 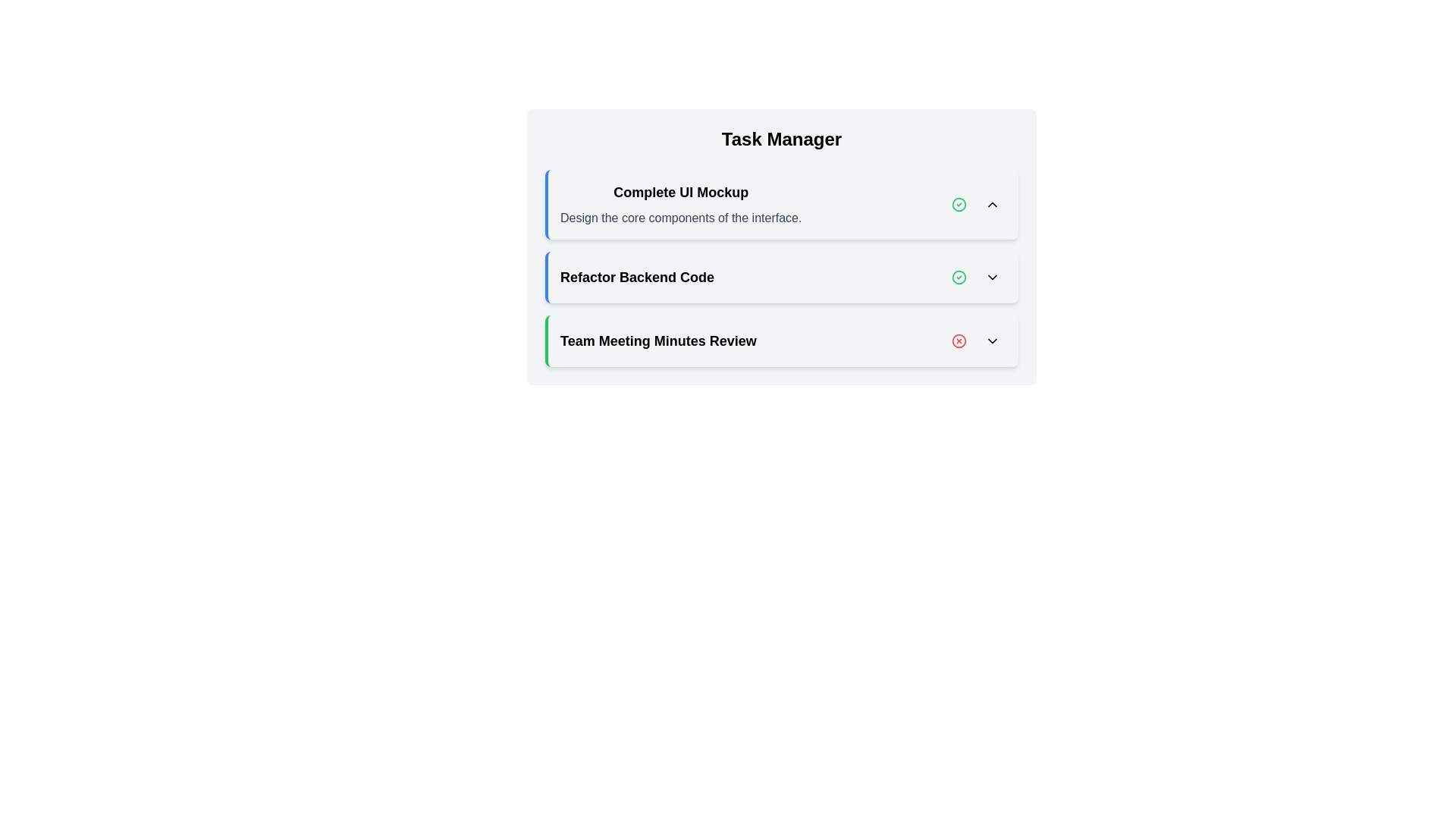 I want to click on the downwards-pointing chevron icon located inside the button at the far right of the 'Team Meeting Minutes Review' list entry, so click(x=993, y=341).